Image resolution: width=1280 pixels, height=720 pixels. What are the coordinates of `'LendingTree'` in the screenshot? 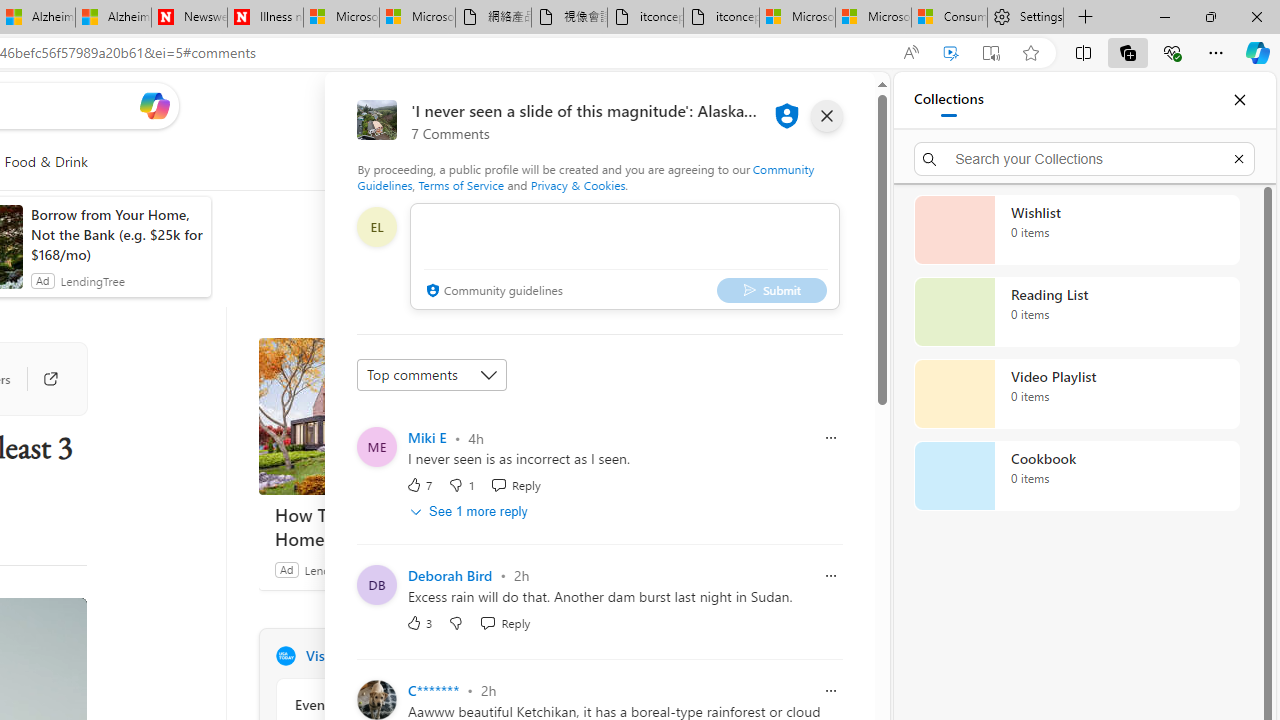 It's located at (336, 569).